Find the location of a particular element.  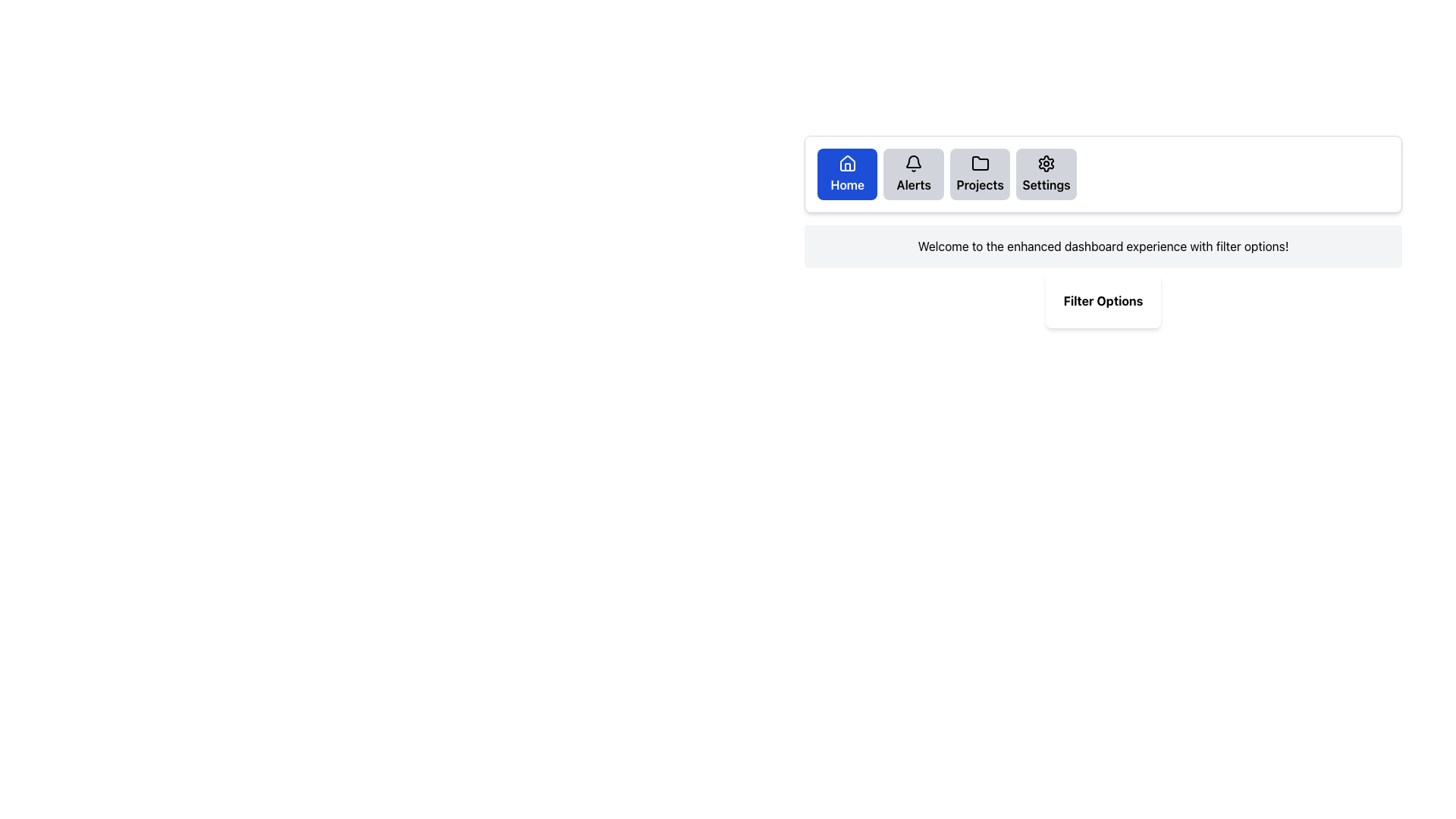

the fourth button is located at coordinates (1046, 174).